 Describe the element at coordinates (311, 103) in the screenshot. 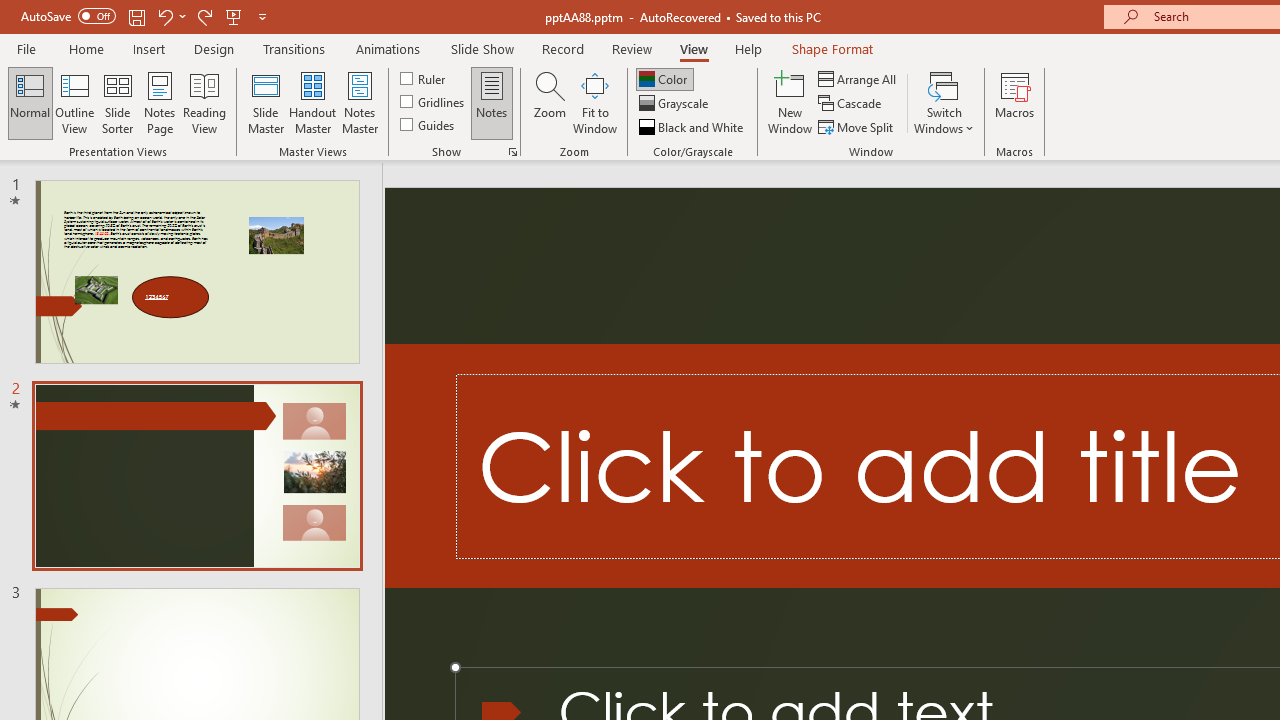

I see `'Handout Master'` at that location.